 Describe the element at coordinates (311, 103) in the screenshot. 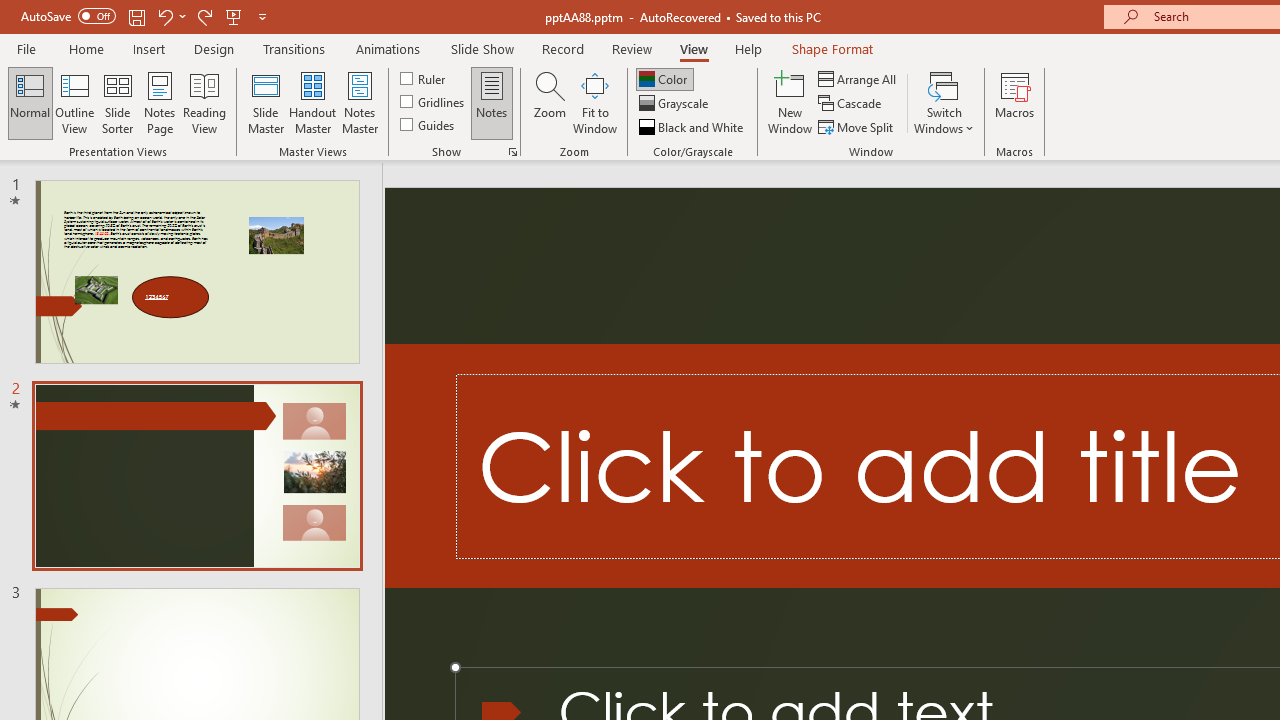

I see `'Handout Master'` at that location.